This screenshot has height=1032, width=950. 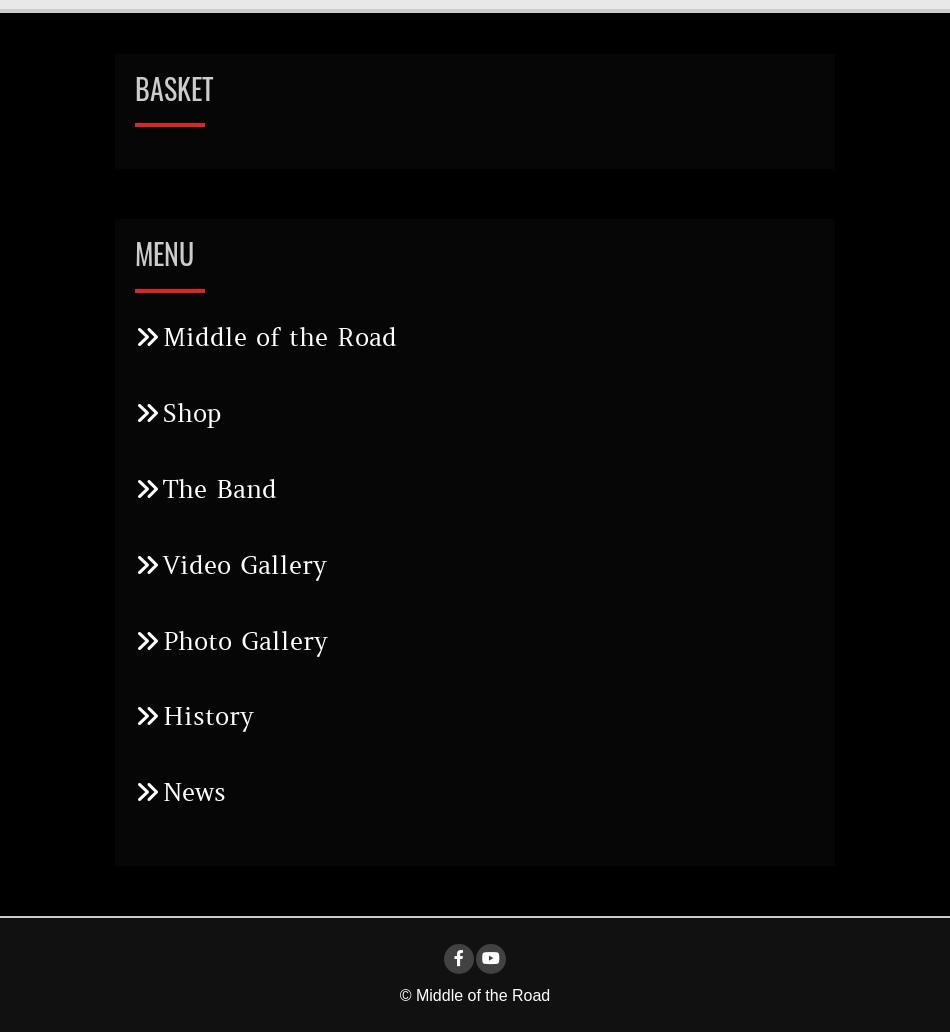 I want to click on 'Video Gallery', so click(x=163, y=565).